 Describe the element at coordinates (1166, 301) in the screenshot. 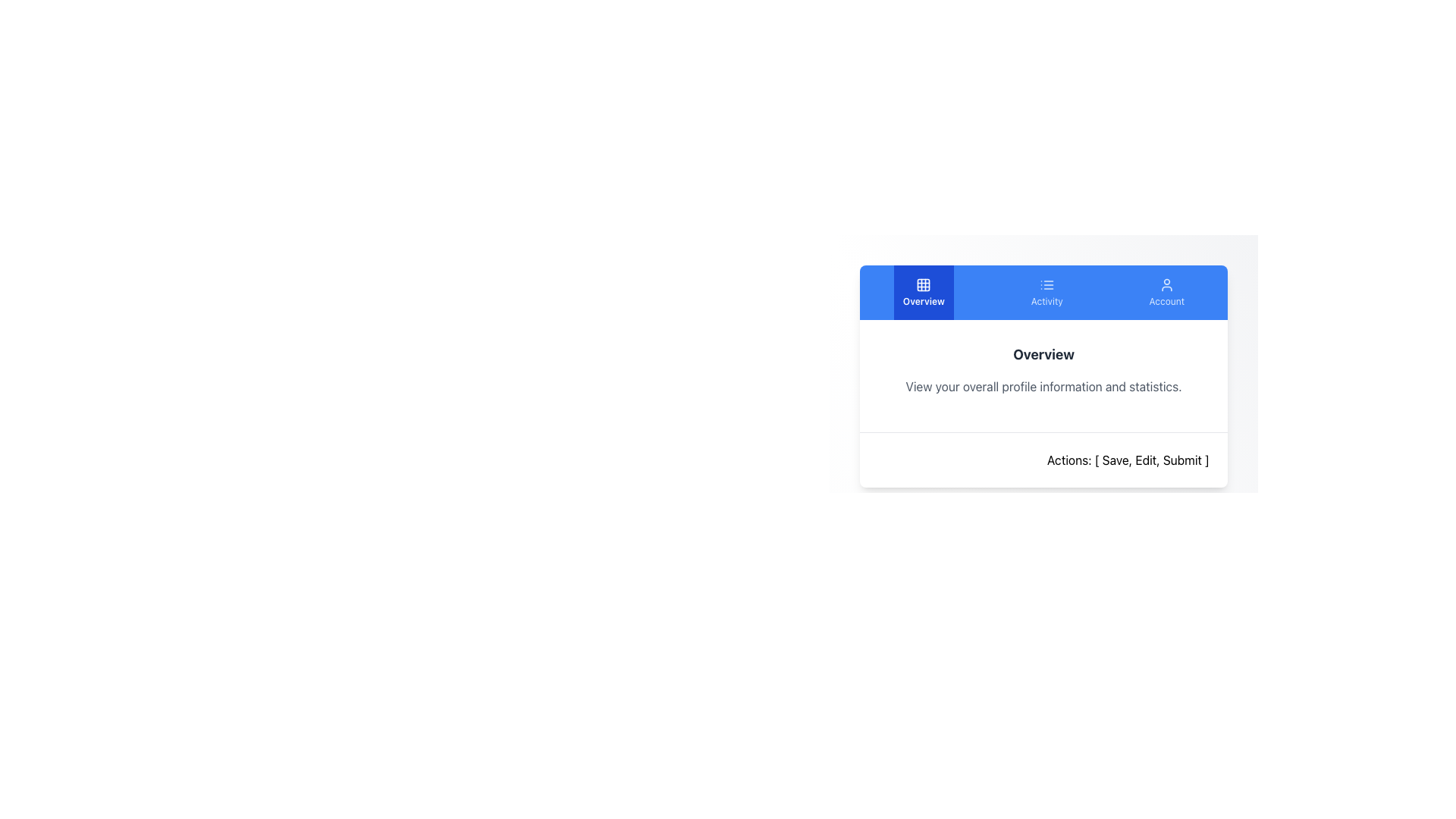

I see `the 'Account' text label located beneath the user profile icon in the blue navigation bar at the top-right segment of the interface` at that location.